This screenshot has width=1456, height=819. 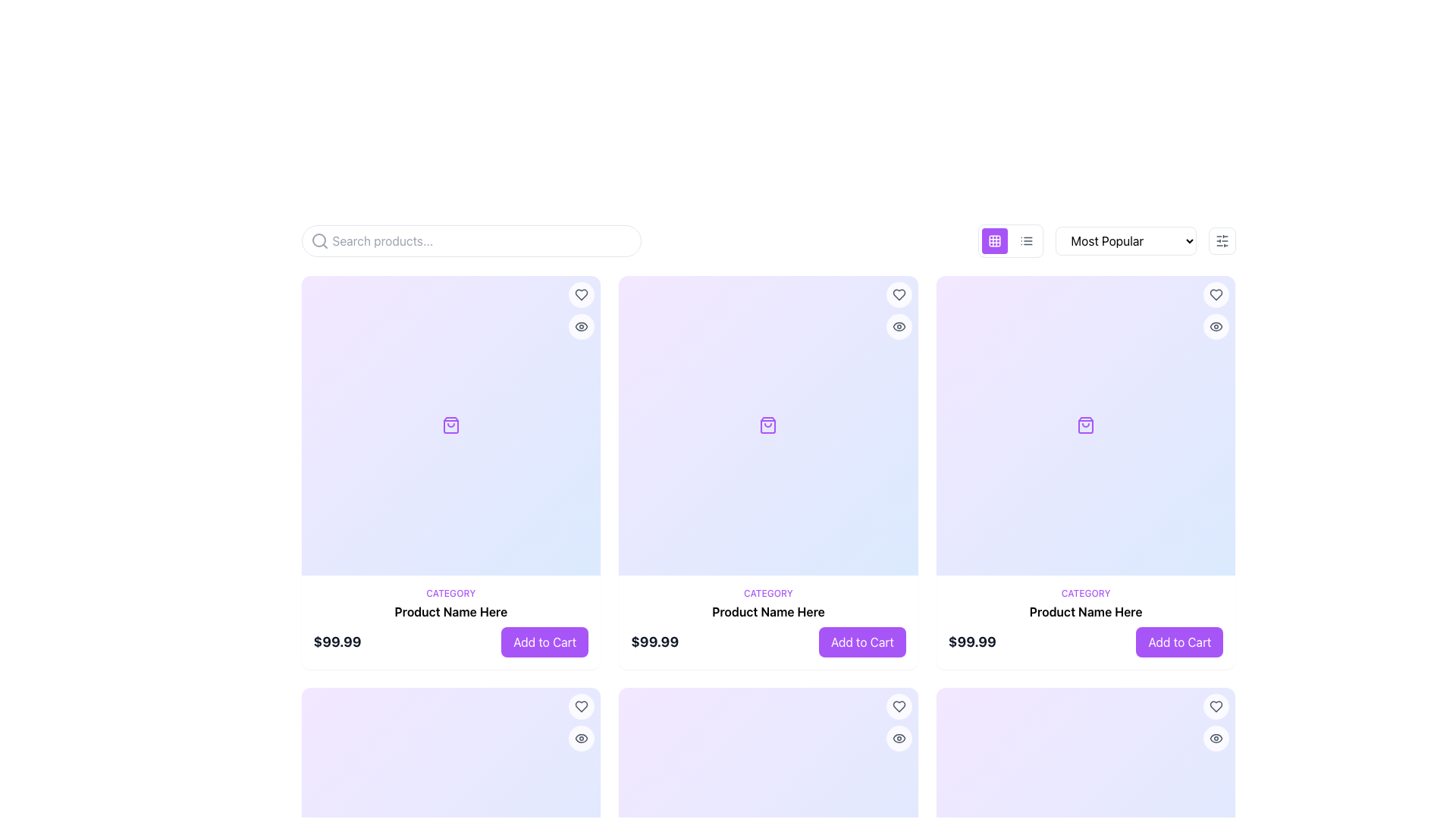 I want to click on the icon button located at the top-right corner of the product card, so click(x=899, y=326).